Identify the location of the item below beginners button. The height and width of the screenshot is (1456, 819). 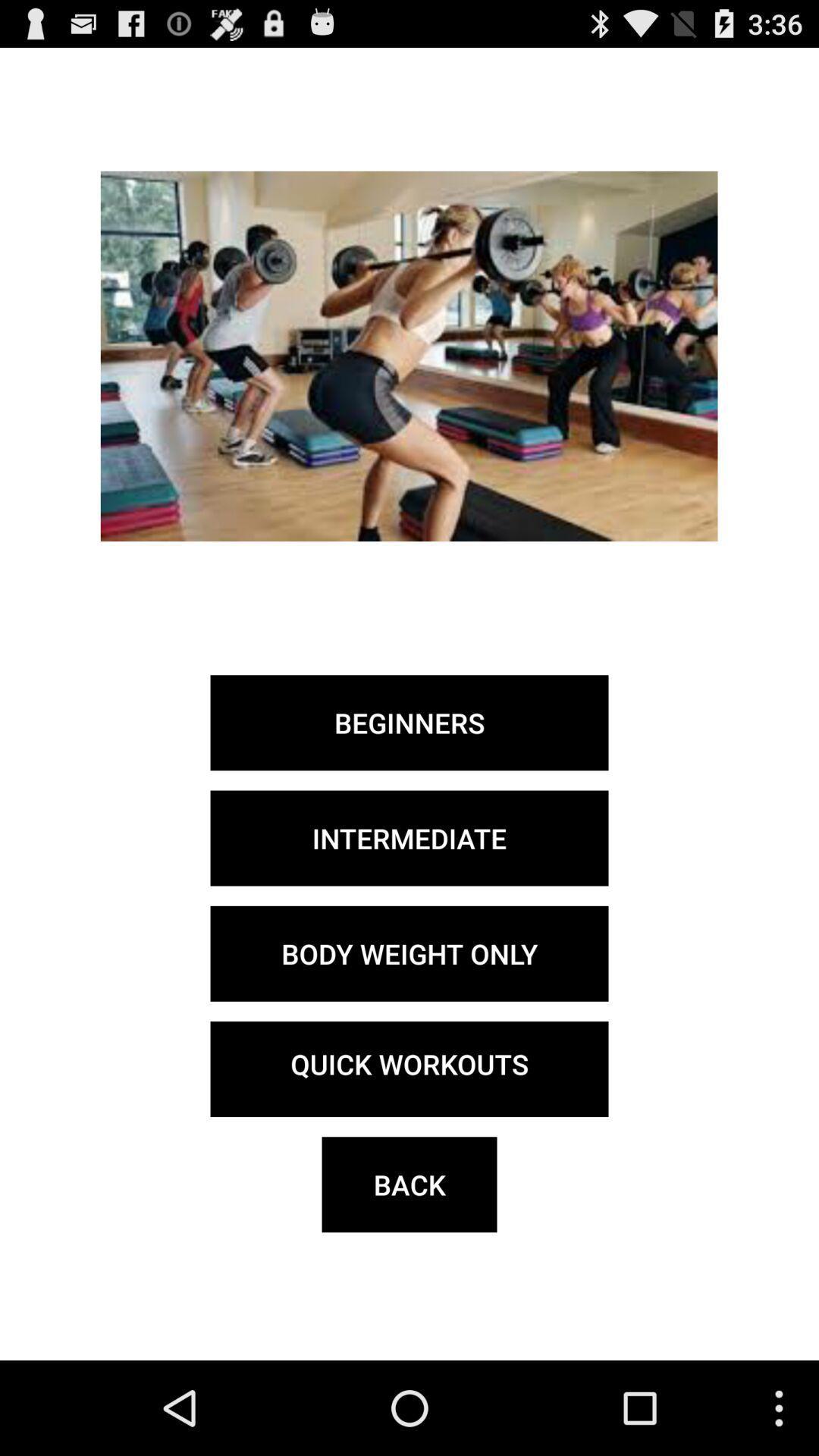
(409, 837).